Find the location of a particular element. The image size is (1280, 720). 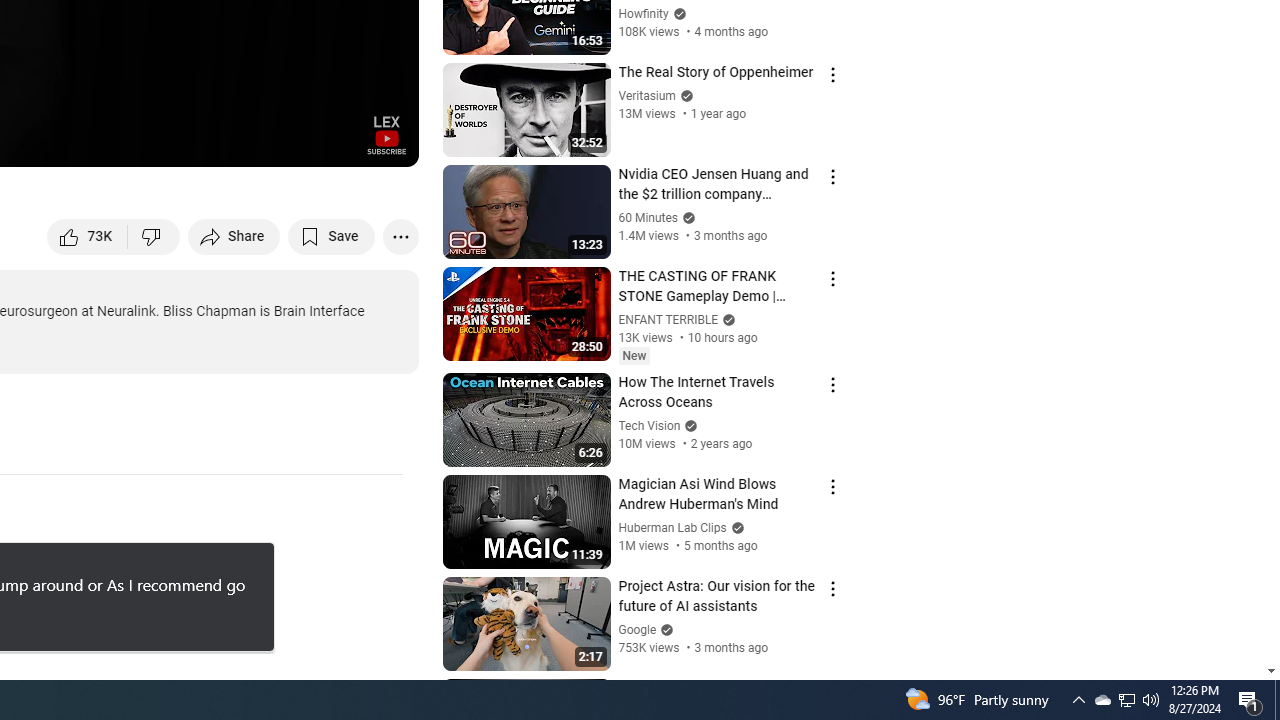

'Save to playlist' is located at coordinates (331, 235).